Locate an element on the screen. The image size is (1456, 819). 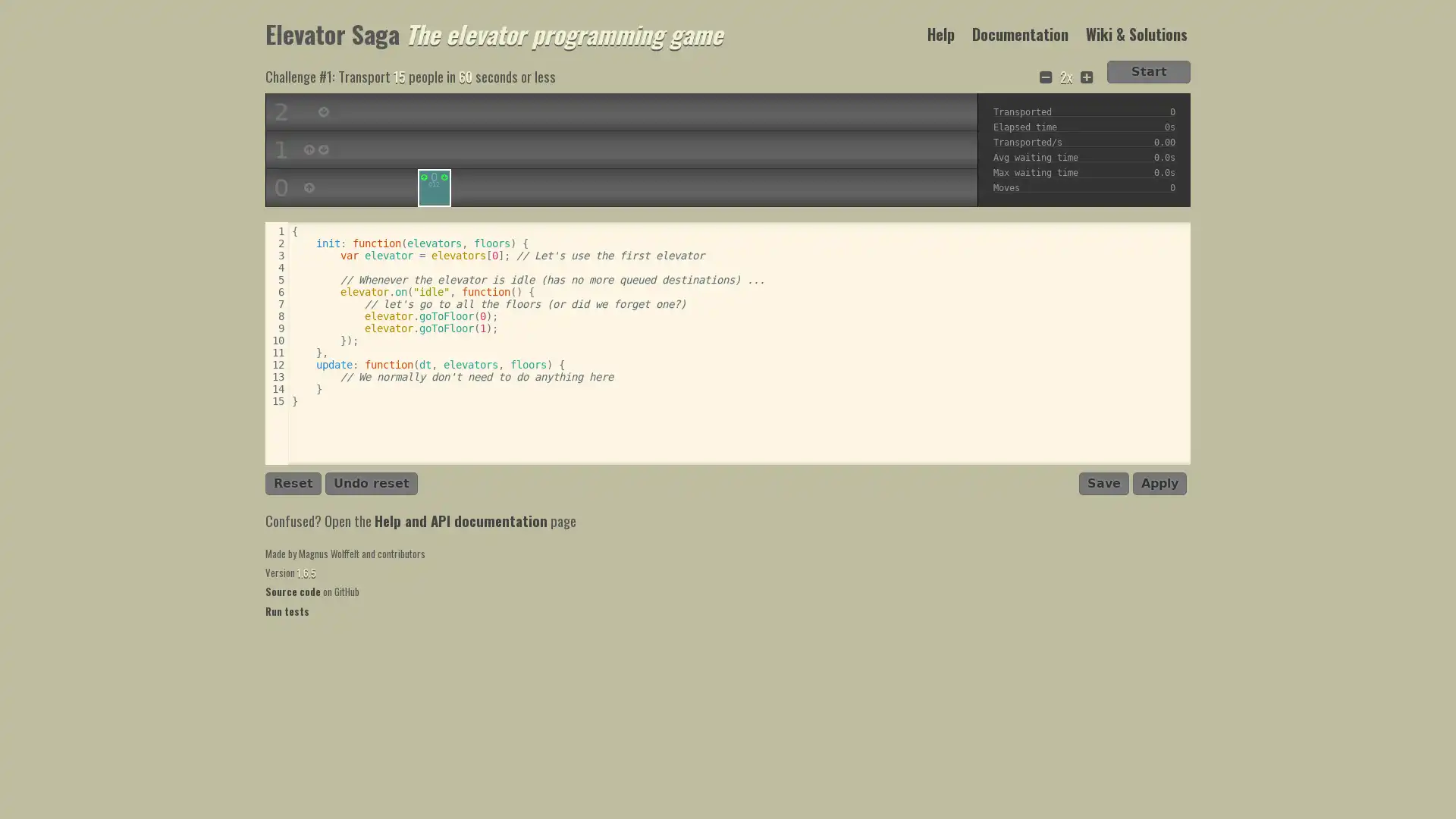
Reset is located at coordinates (293, 483).